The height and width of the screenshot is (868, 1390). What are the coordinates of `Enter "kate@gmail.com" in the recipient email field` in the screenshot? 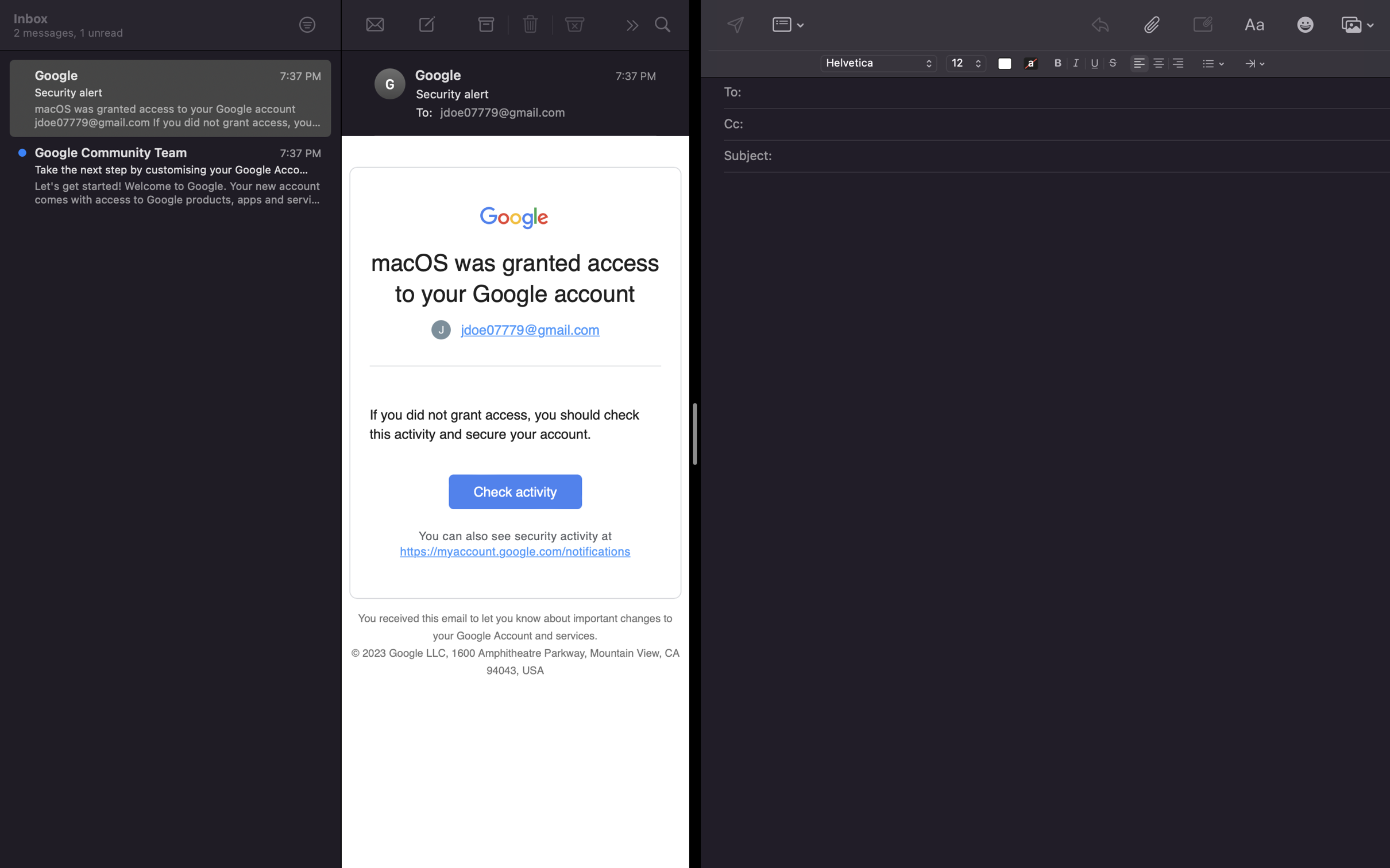 It's located at (1065, 93).